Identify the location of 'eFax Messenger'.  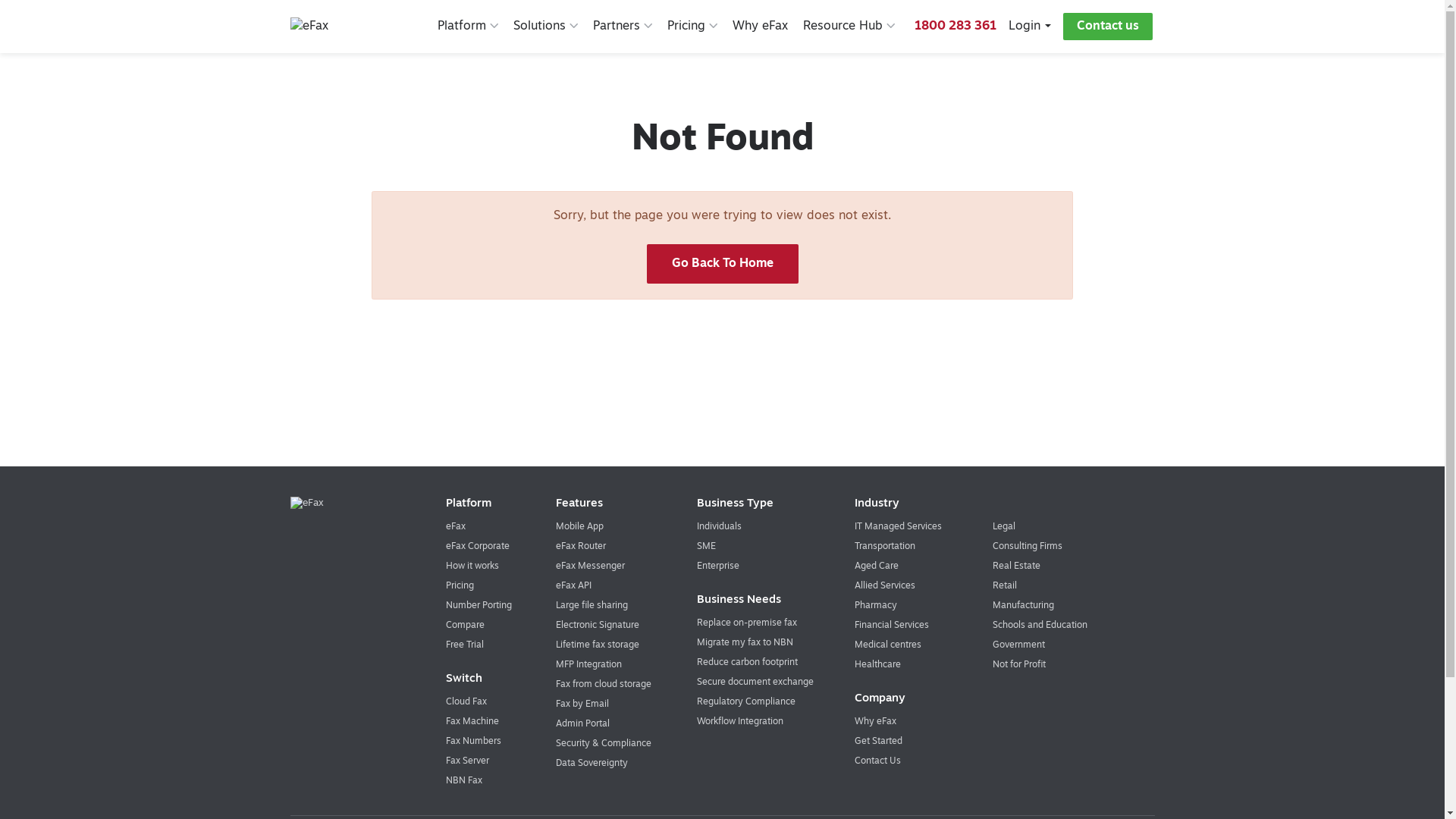
(589, 566).